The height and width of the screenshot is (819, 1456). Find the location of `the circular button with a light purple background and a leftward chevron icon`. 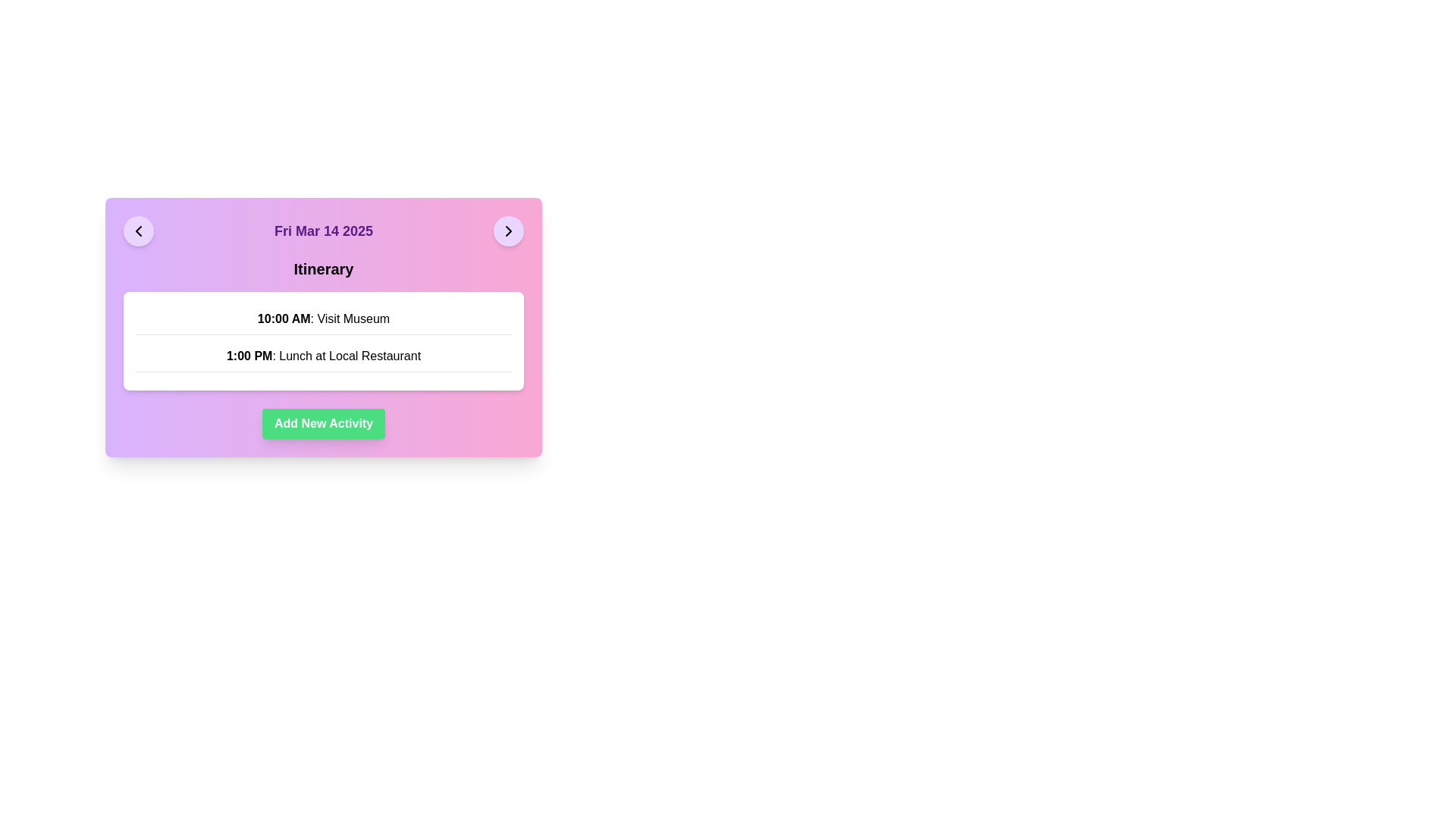

the circular button with a light purple background and a leftward chevron icon is located at coordinates (138, 231).